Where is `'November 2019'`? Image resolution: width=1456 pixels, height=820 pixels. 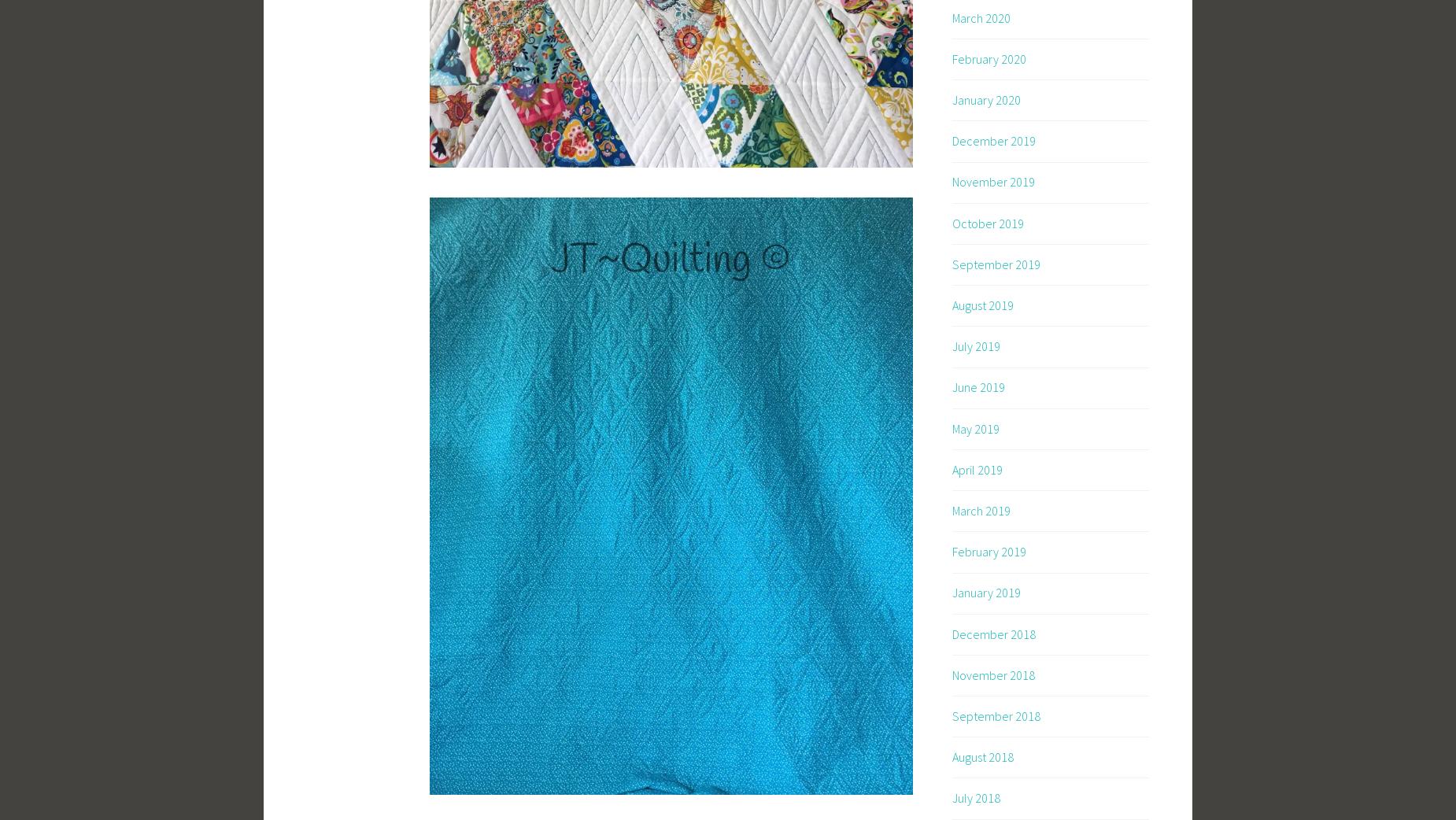 'November 2019' is located at coordinates (992, 181).